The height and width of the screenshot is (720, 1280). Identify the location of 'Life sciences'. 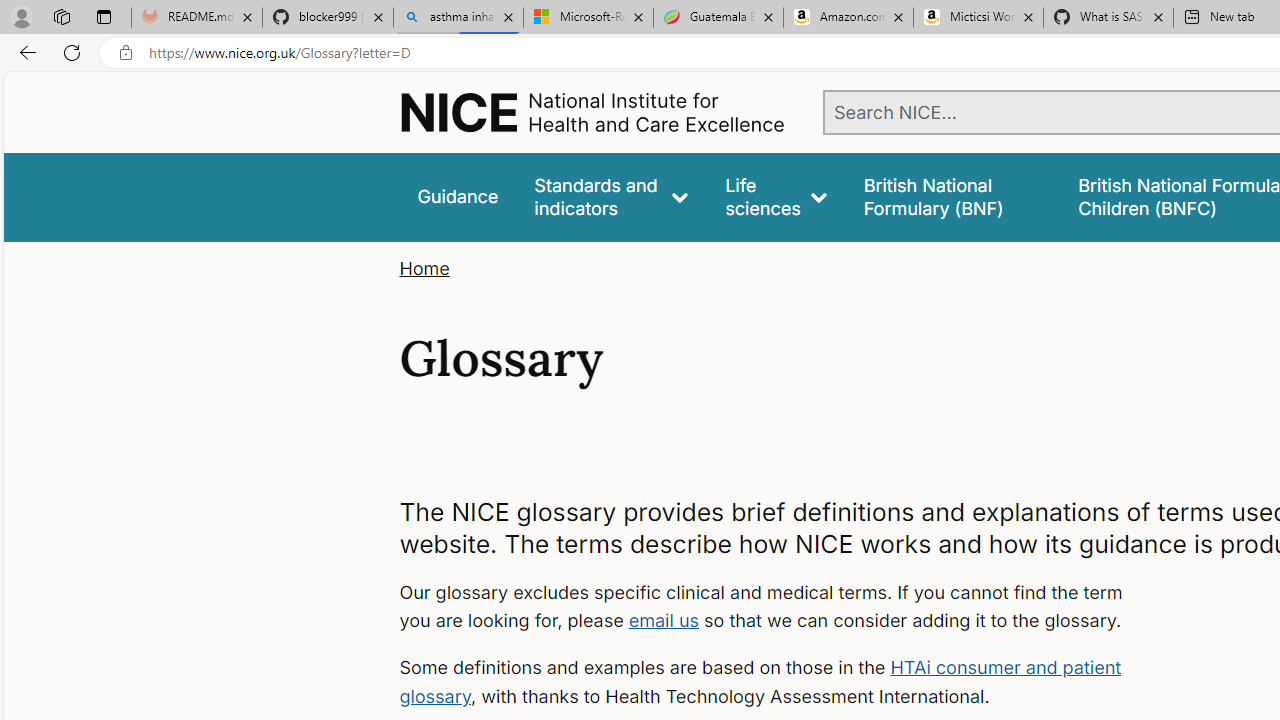
(775, 197).